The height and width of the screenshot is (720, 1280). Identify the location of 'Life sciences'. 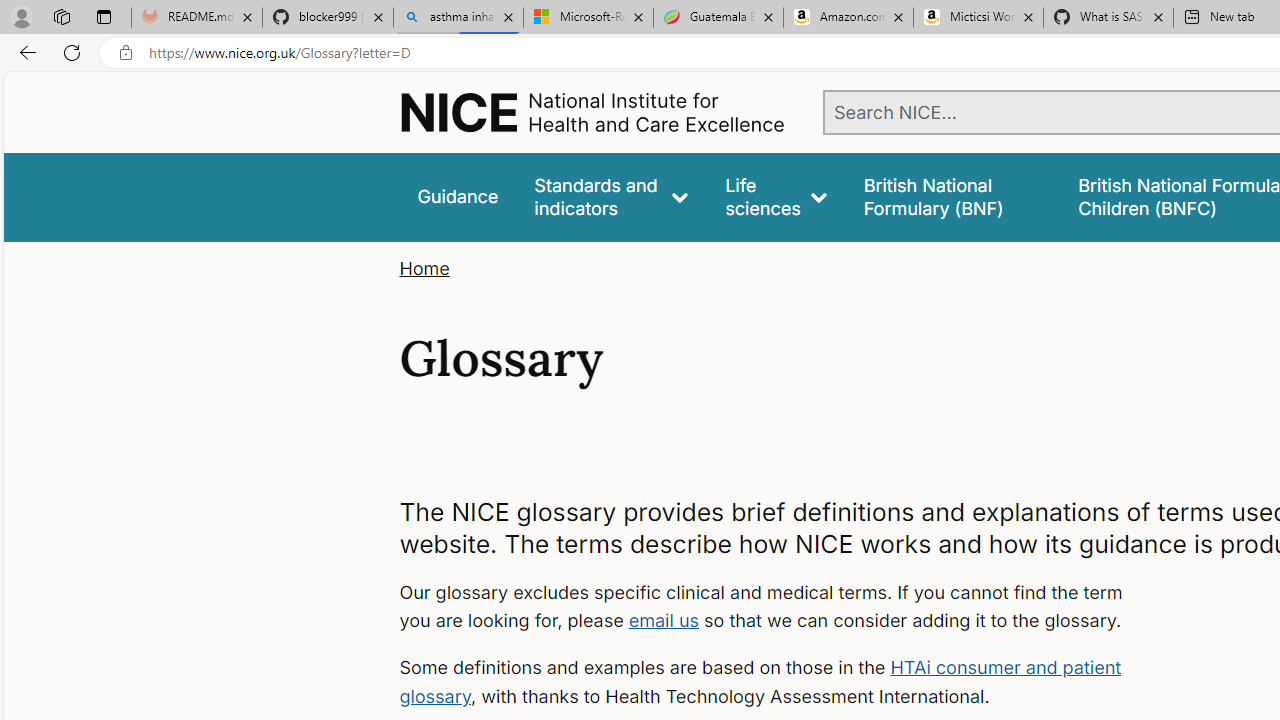
(775, 197).